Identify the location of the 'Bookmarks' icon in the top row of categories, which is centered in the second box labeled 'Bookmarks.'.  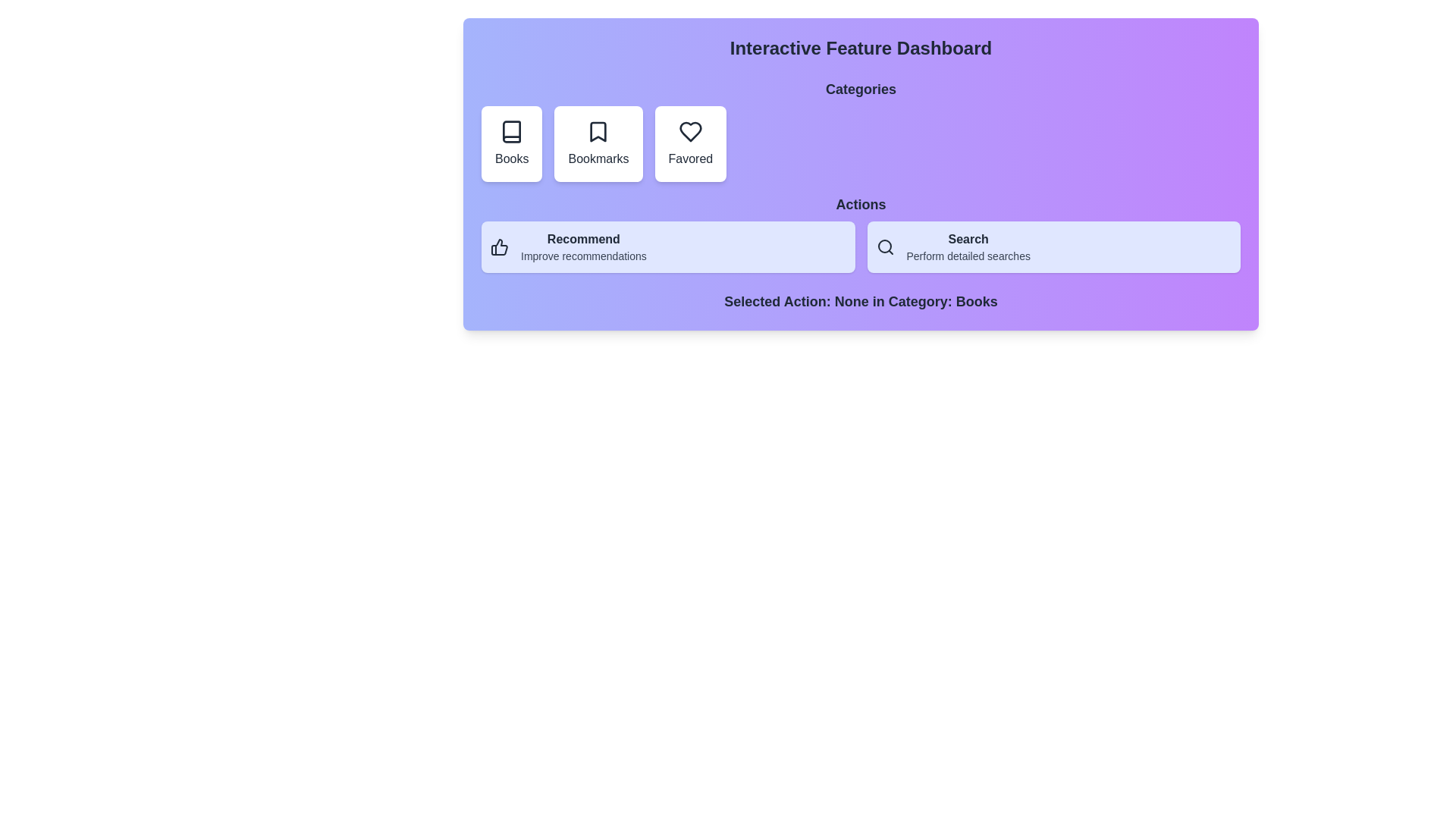
(598, 130).